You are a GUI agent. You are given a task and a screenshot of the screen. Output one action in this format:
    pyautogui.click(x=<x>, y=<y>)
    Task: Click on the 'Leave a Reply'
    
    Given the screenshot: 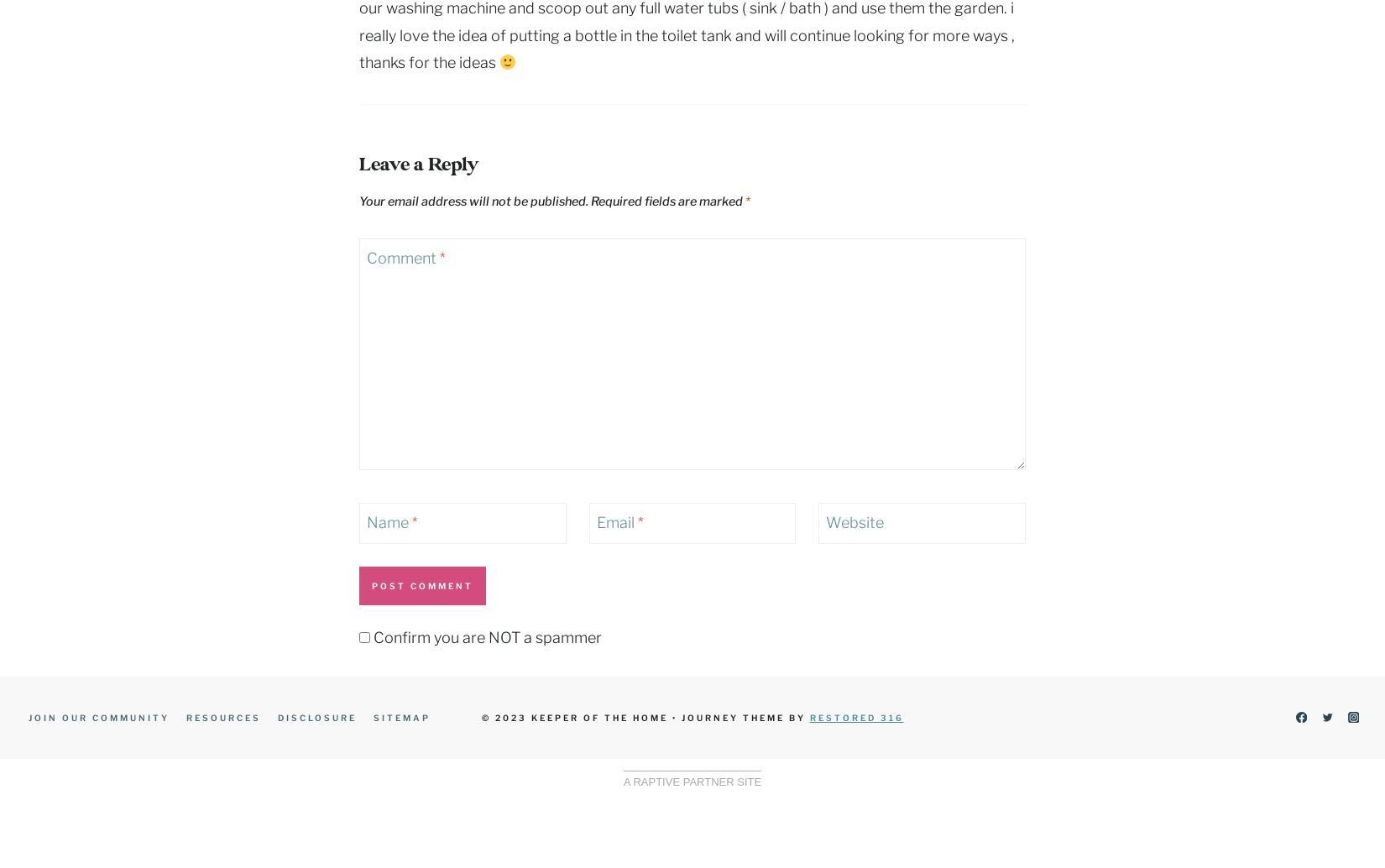 What is the action you would take?
    pyautogui.click(x=417, y=165)
    